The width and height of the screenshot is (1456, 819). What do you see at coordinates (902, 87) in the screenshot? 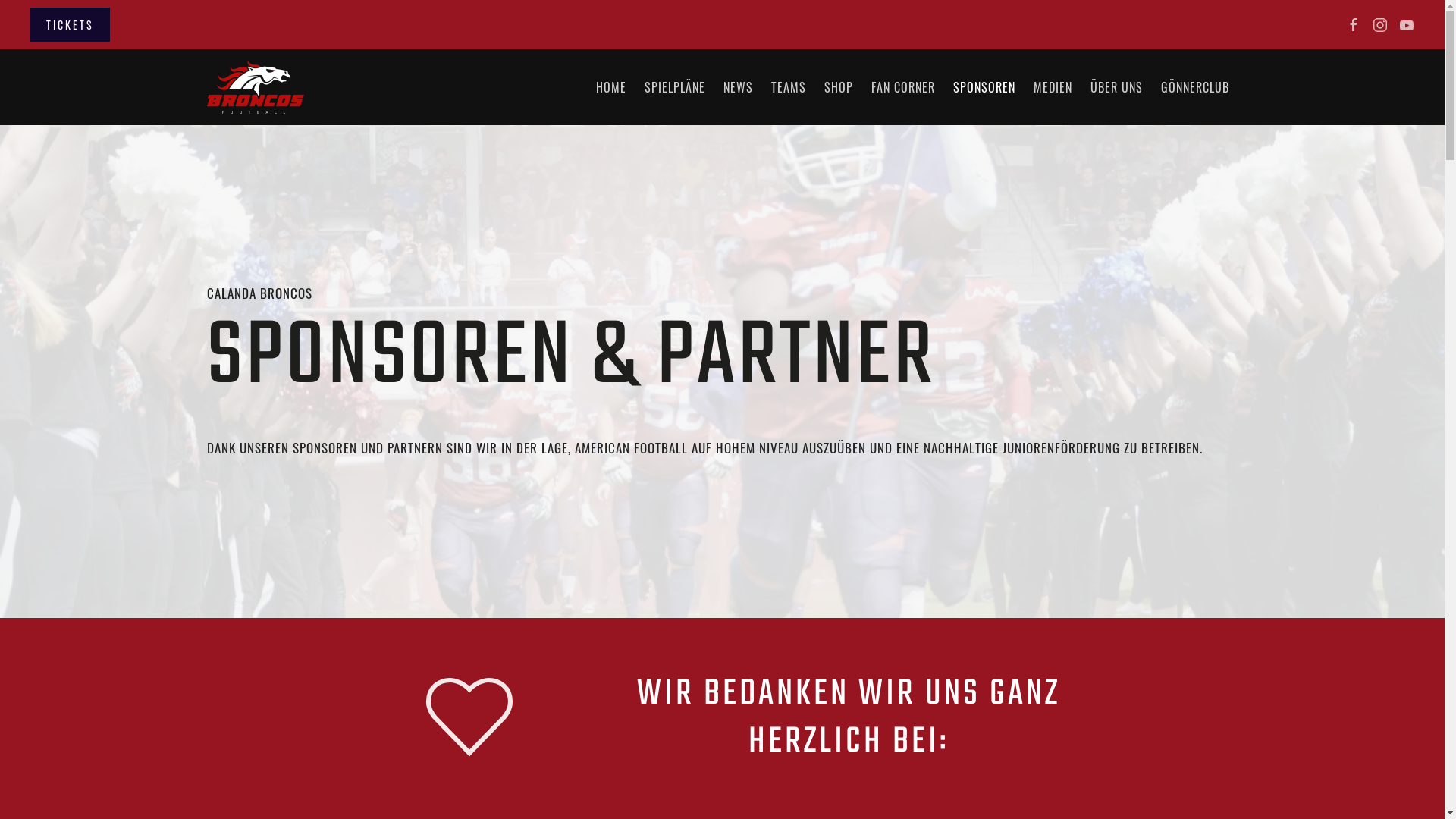
I see `'FAN CORNER'` at bounding box center [902, 87].